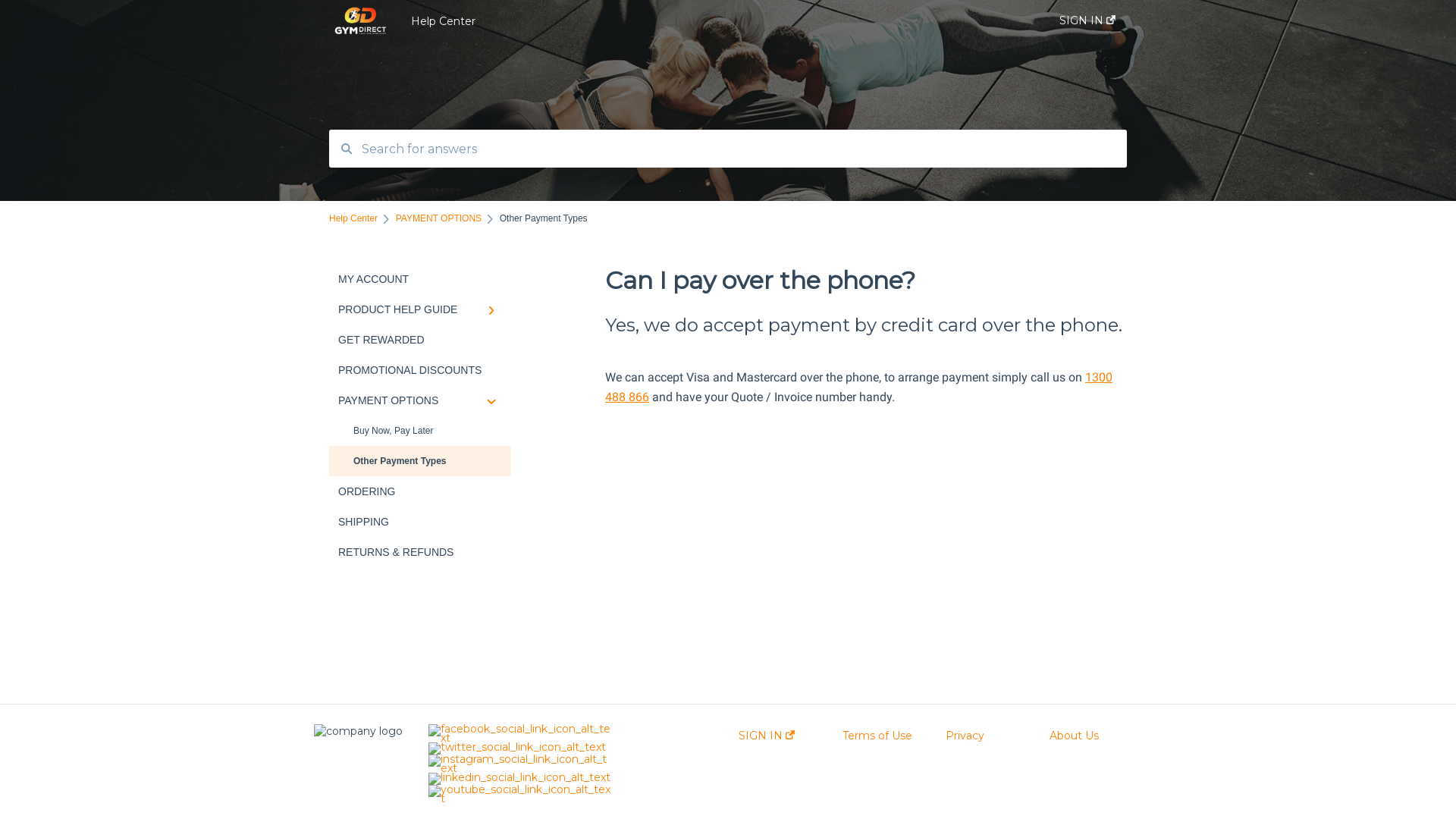 The width and height of the screenshot is (1456, 819). What do you see at coordinates (1073, 734) in the screenshot?
I see `'About Us'` at bounding box center [1073, 734].